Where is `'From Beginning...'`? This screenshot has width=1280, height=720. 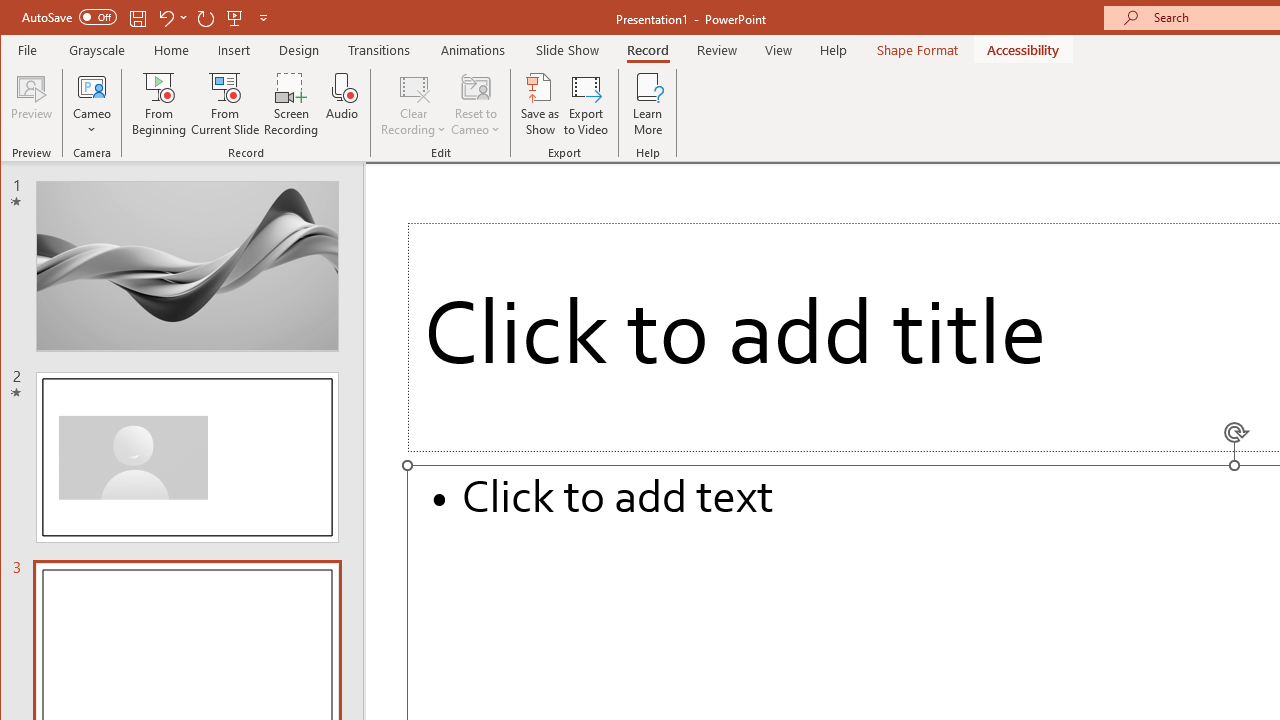 'From Beginning...' is located at coordinates (160, 104).